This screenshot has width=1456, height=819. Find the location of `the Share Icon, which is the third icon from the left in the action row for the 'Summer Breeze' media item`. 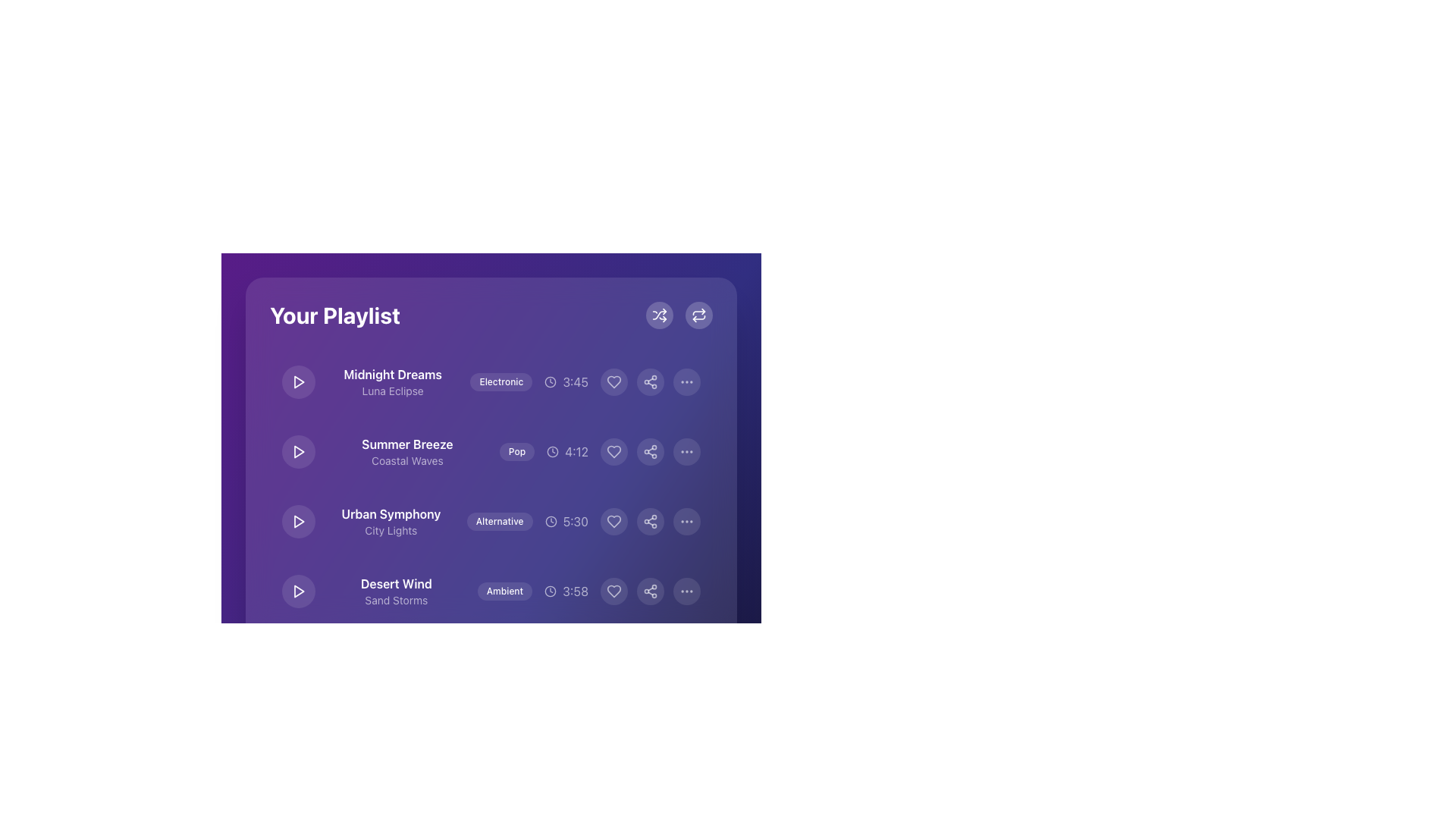

the Share Icon, which is the third icon from the left in the action row for the 'Summer Breeze' media item is located at coordinates (651, 451).